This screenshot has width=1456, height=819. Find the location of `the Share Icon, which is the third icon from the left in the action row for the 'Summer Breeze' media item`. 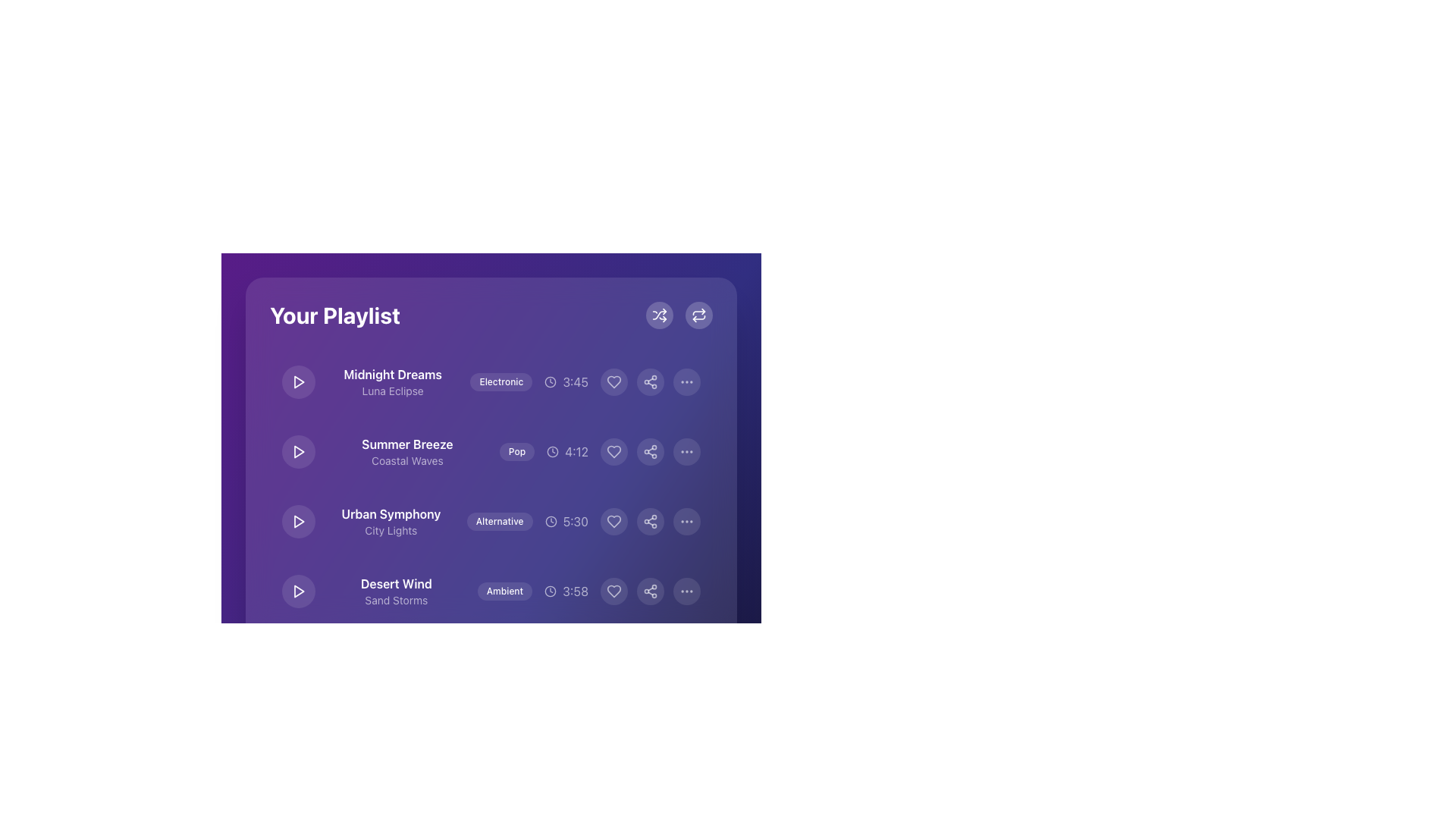

the Share Icon, which is the third icon from the left in the action row for the 'Summer Breeze' media item is located at coordinates (651, 451).